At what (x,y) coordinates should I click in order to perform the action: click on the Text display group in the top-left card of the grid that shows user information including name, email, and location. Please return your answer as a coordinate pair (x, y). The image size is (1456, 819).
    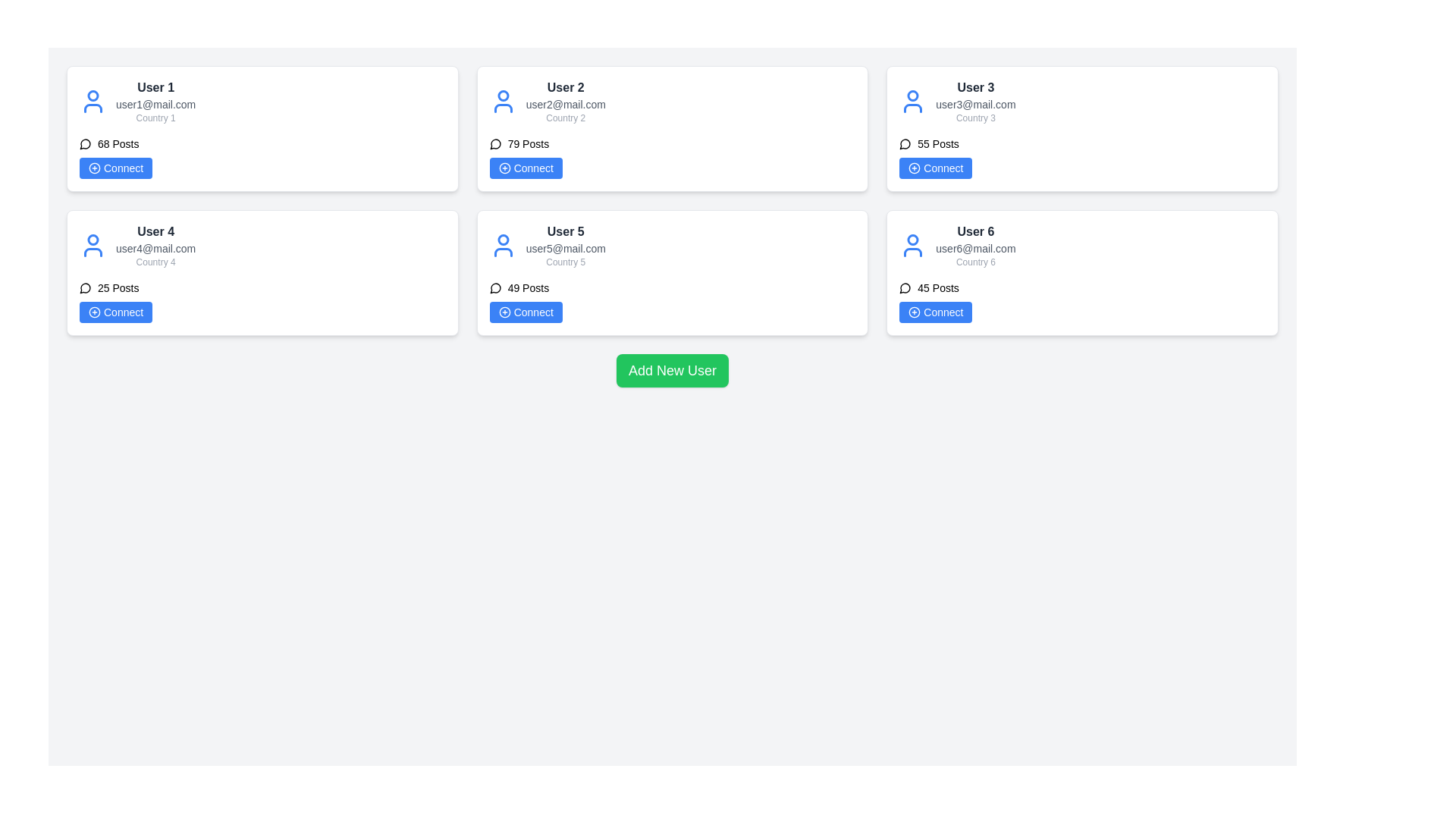
    Looking at the image, I should click on (155, 102).